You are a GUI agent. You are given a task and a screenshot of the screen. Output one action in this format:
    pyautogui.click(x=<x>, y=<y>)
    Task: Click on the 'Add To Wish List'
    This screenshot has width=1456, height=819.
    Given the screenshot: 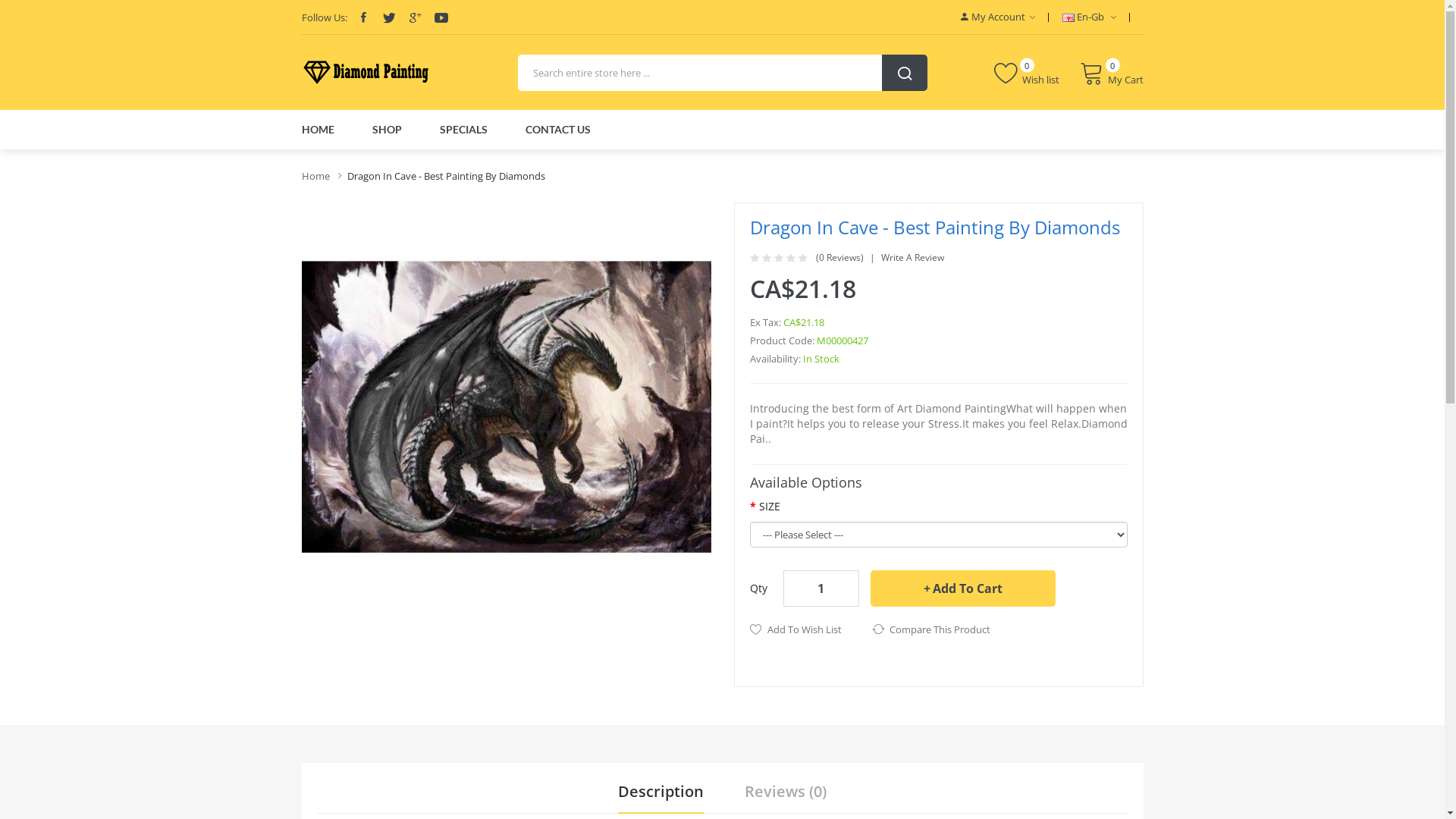 What is the action you would take?
    pyautogui.click(x=794, y=629)
    